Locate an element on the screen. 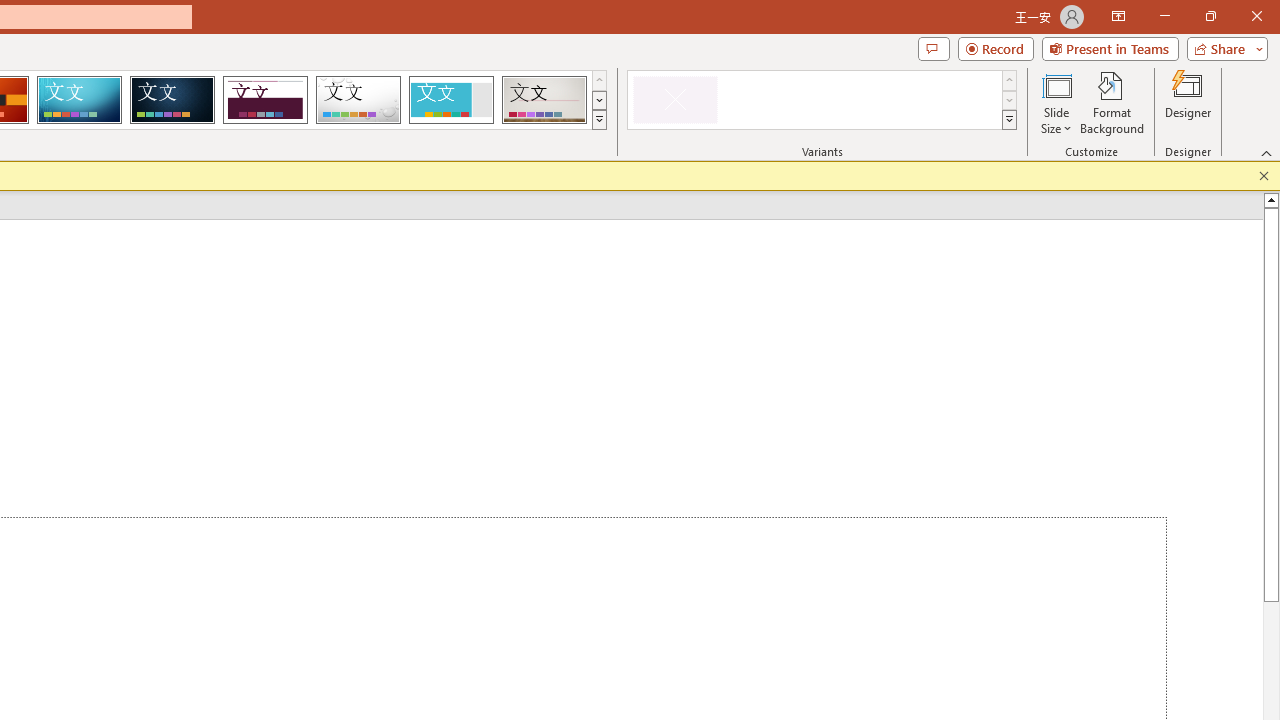 Image resolution: width=1280 pixels, height=720 pixels. 'Damask' is located at coordinates (172, 100).